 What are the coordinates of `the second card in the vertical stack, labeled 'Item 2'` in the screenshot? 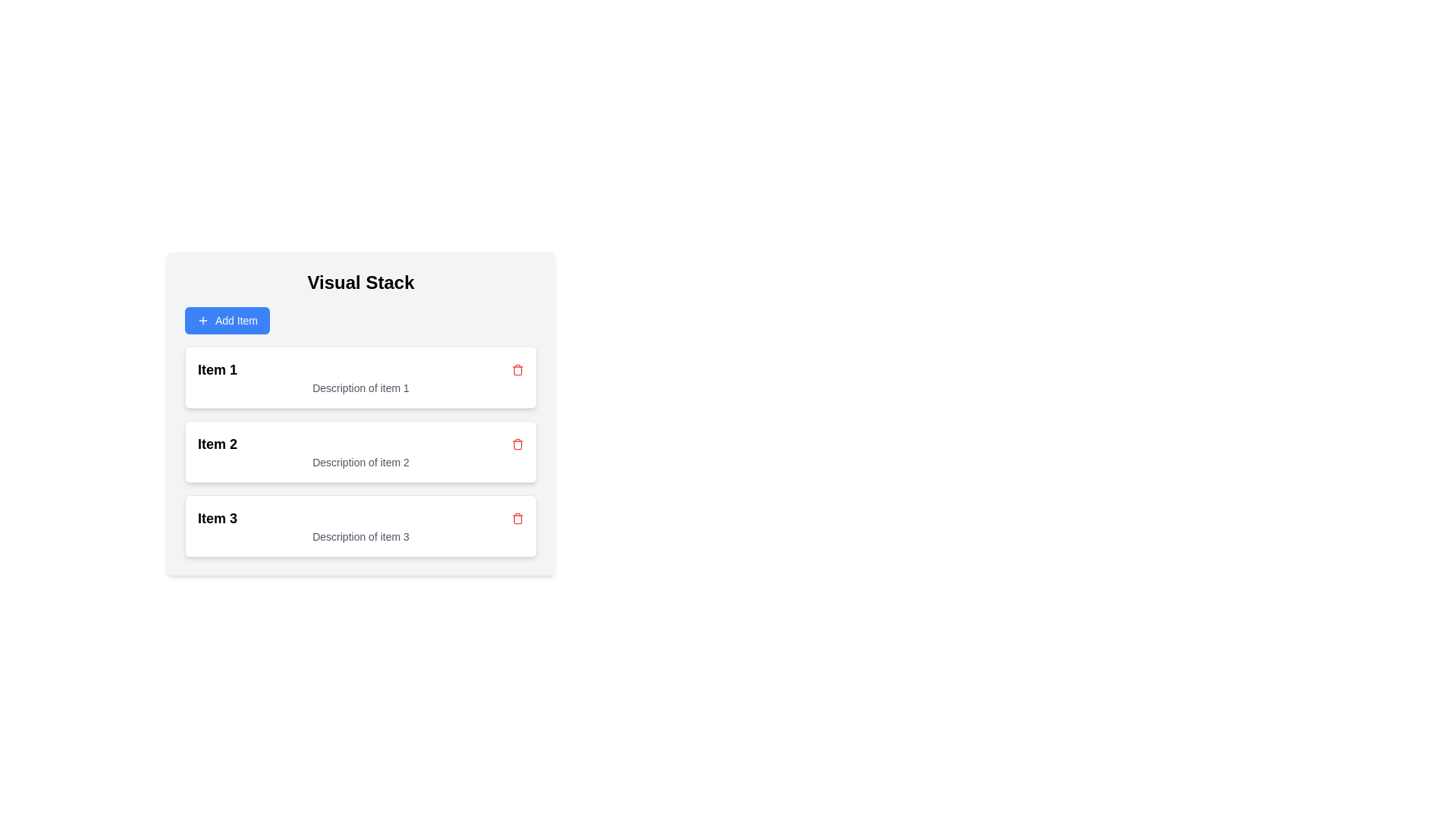 It's located at (359, 451).